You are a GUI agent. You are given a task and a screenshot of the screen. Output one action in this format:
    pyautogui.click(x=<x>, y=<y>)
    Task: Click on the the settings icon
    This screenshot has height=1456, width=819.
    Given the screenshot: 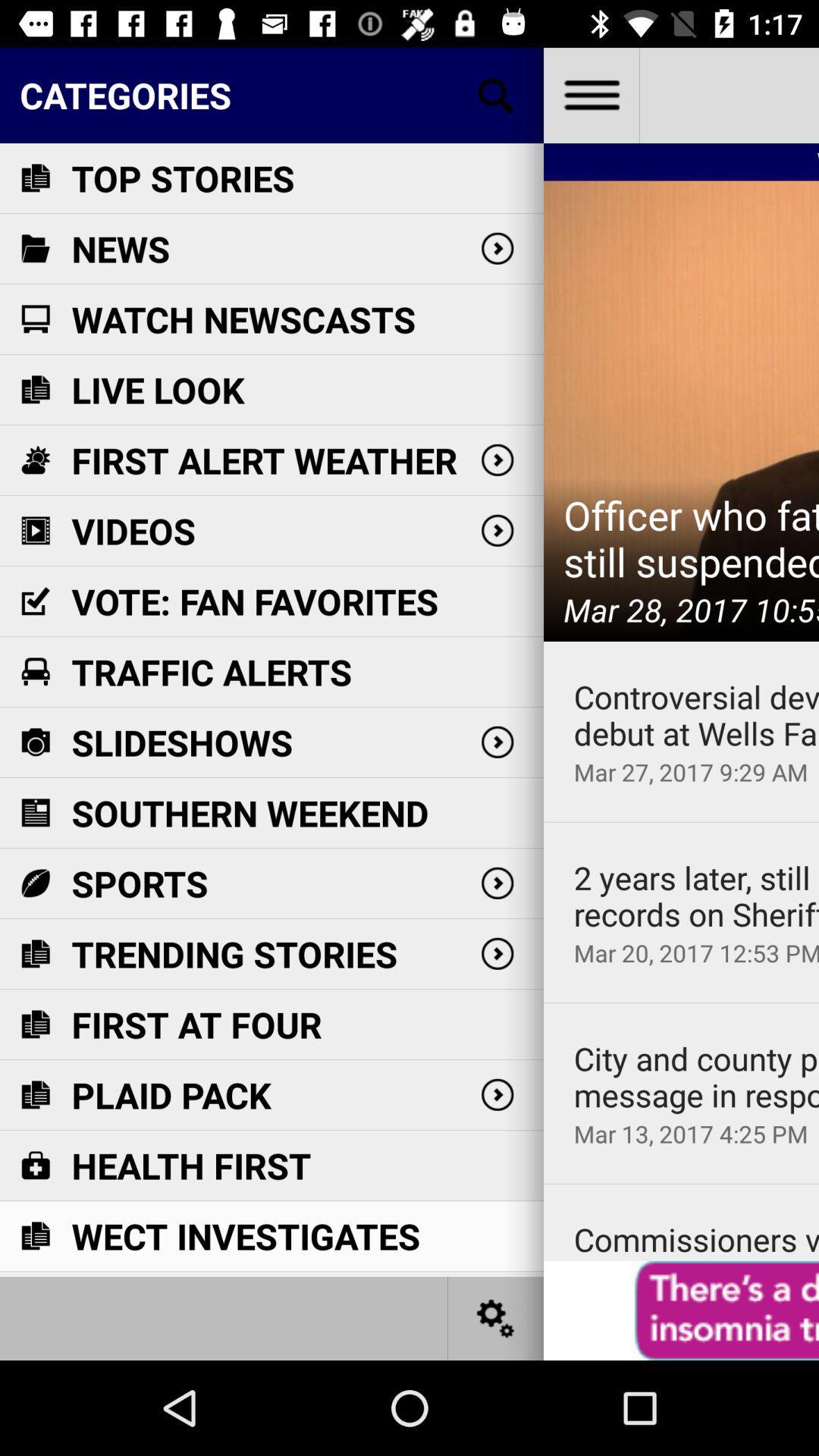 What is the action you would take?
    pyautogui.click(x=496, y=1317)
    